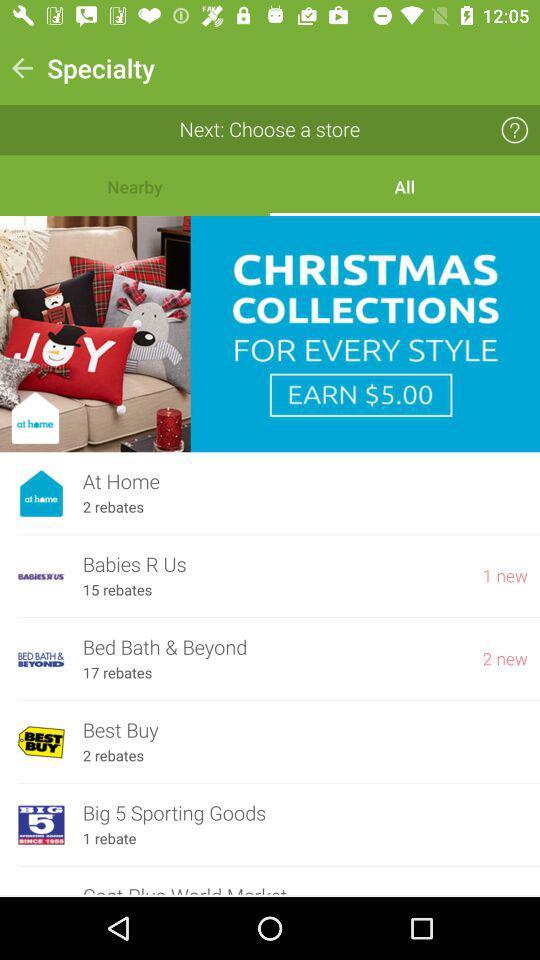  Describe the element at coordinates (272, 565) in the screenshot. I see `item to the left of 1 new icon` at that location.